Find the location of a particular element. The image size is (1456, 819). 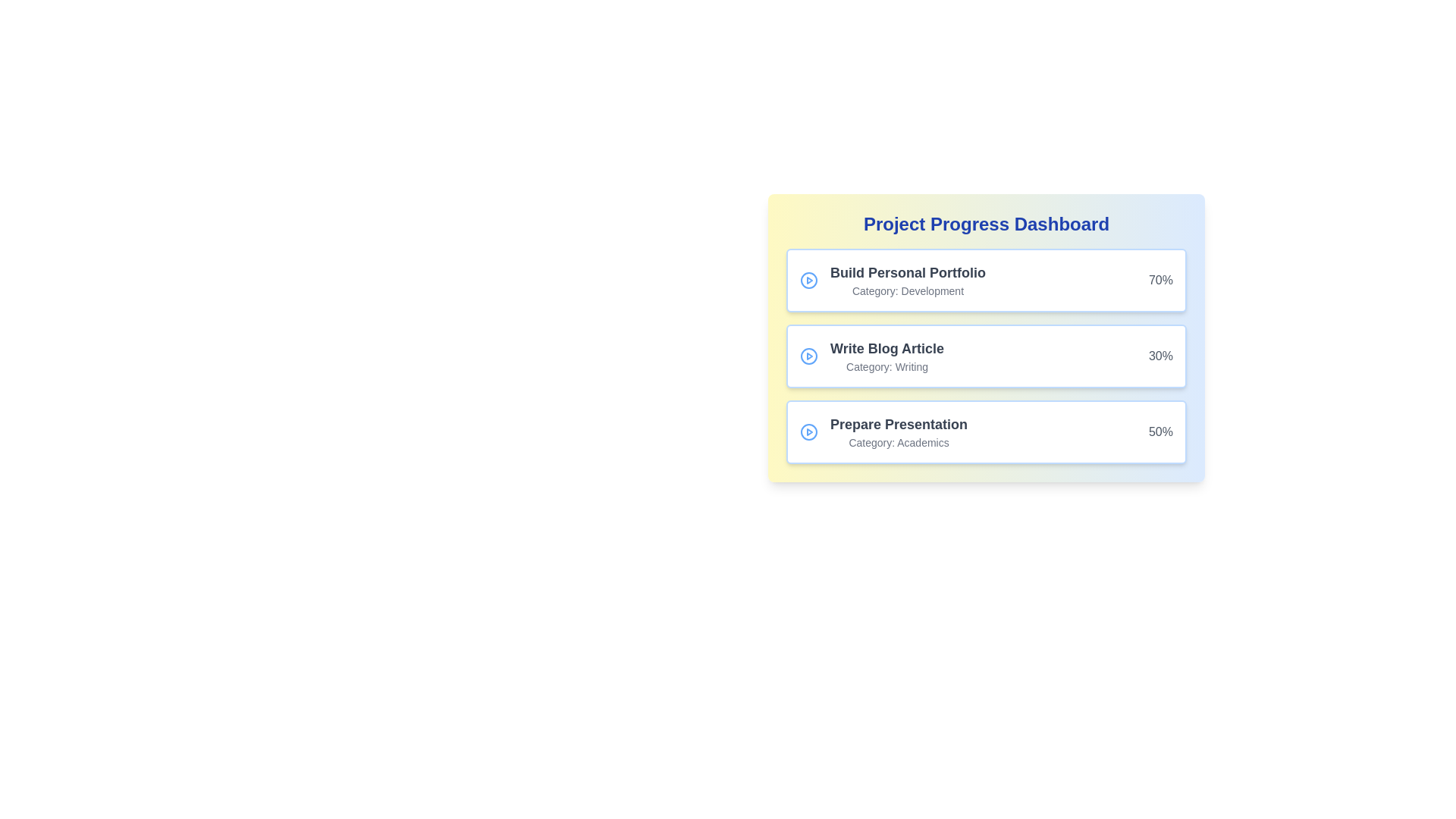

the second list item displaying the task title 'Write Blog Article' and category 'Writing' to interact with the task details is located at coordinates (872, 356).